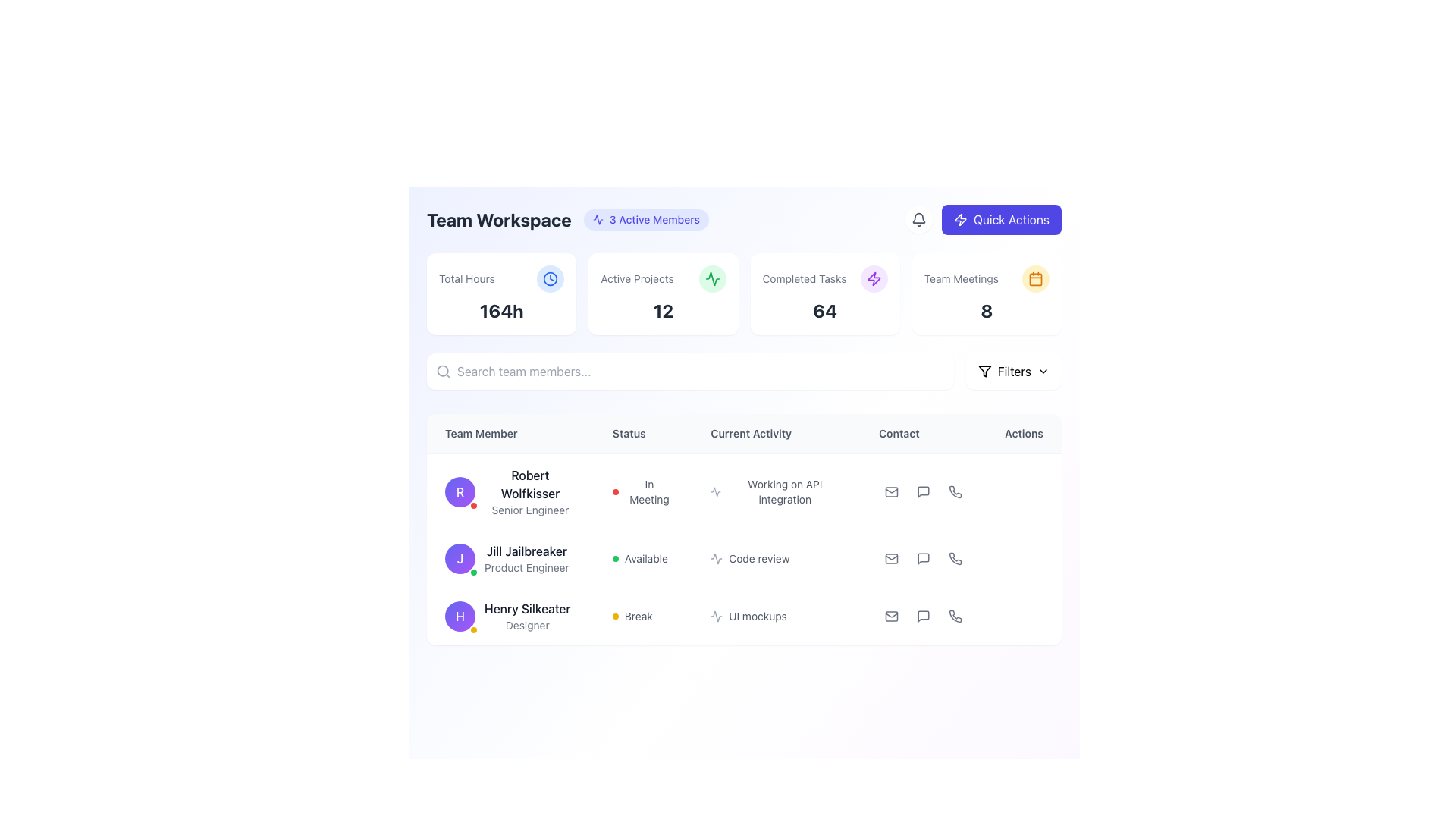 The image size is (1456, 819). What do you see at coordinates (646, 219) in the screenshot?
I see `the informational label displaying the number of active team members, which is located to the right of the 'Team Workspace' heading in the top-left section of the layout` at bounding box center [646, 219].